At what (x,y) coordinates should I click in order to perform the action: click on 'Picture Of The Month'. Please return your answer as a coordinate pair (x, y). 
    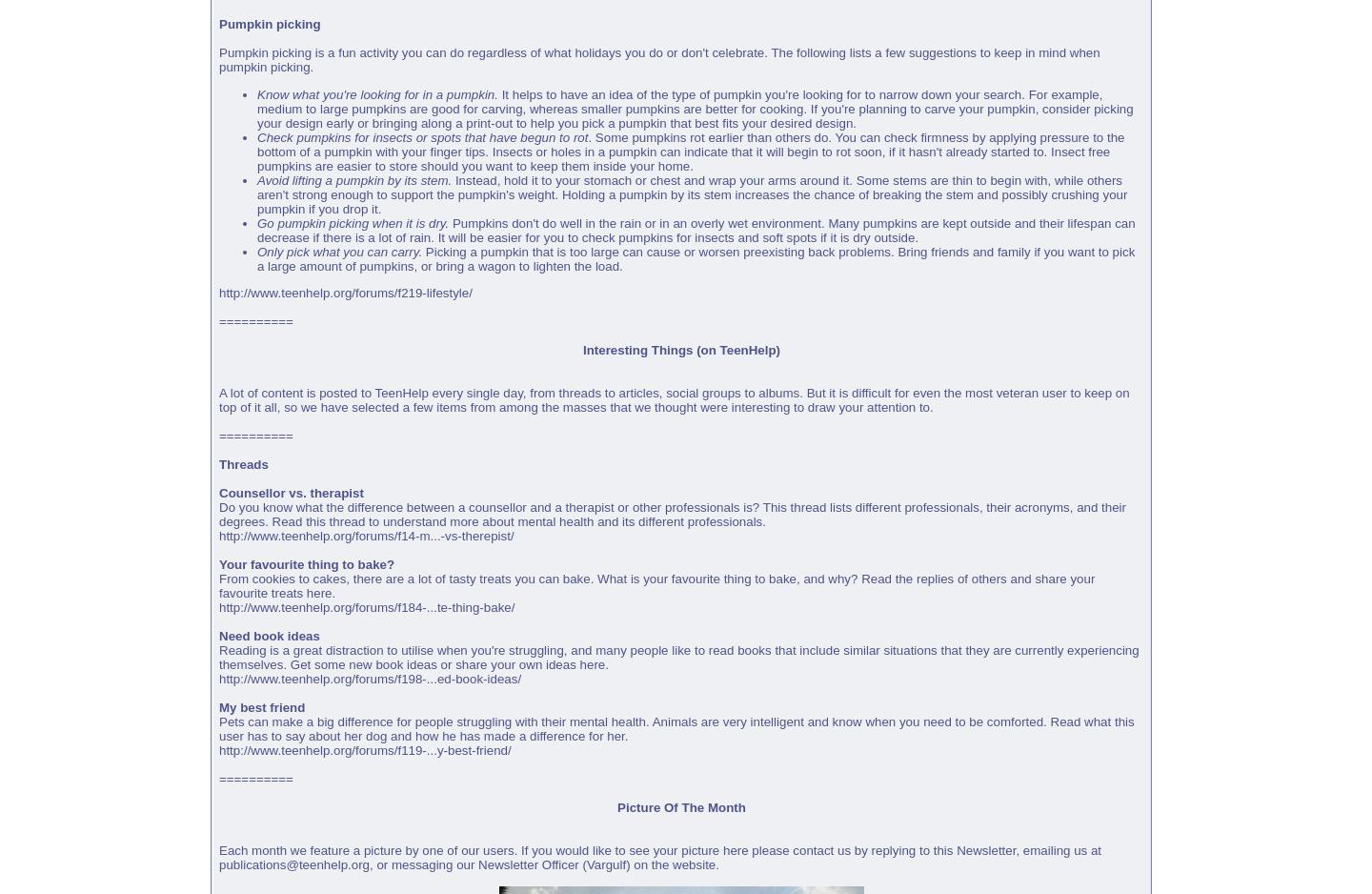
    Looking at the image, I should click on (680, 806).